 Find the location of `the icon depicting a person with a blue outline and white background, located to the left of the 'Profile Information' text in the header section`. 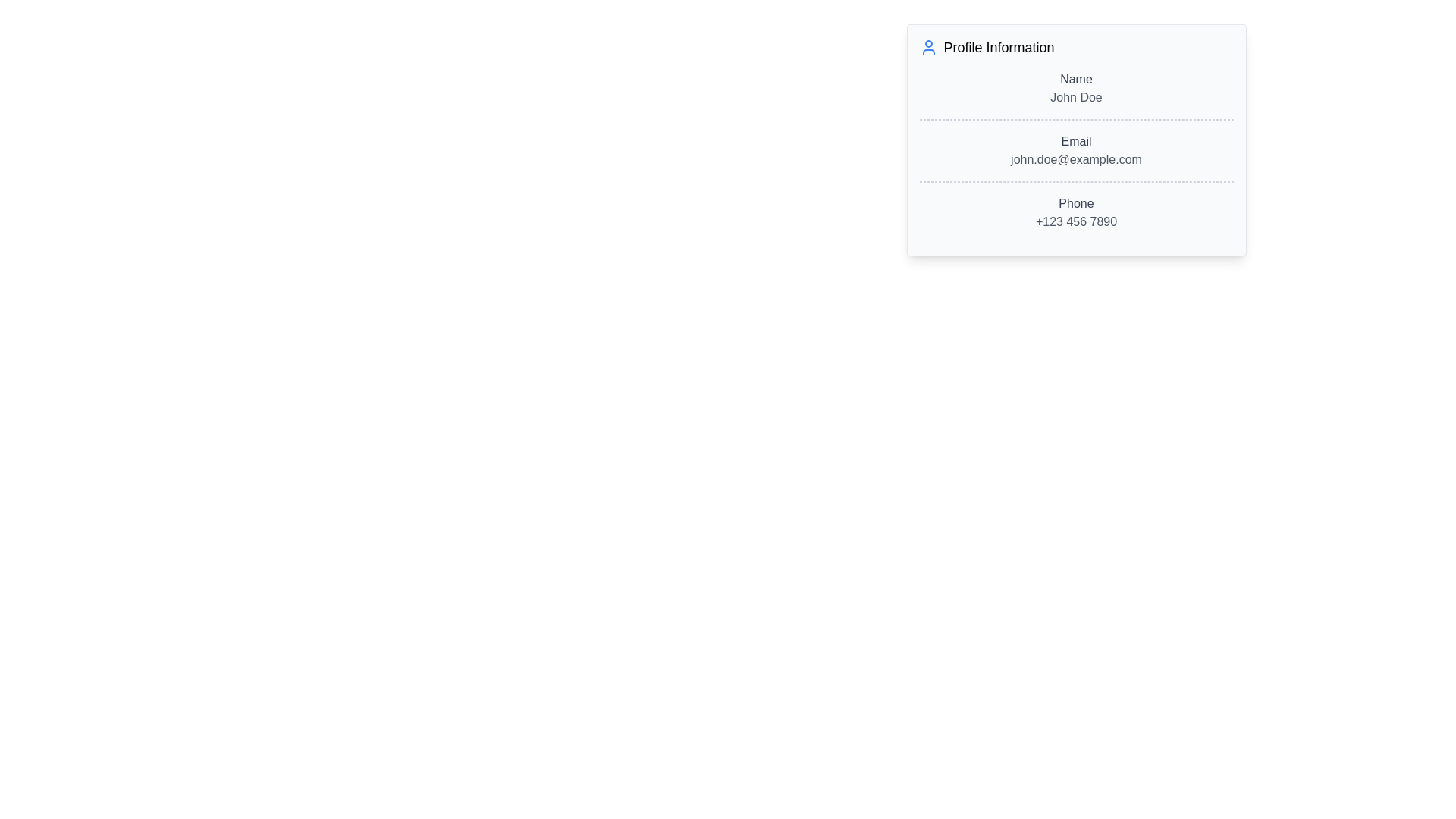

the icon depicting a person with a blue outline and white background, located to the left of the 'Profile Information' text in the header section is located at coordinates (927, 46).